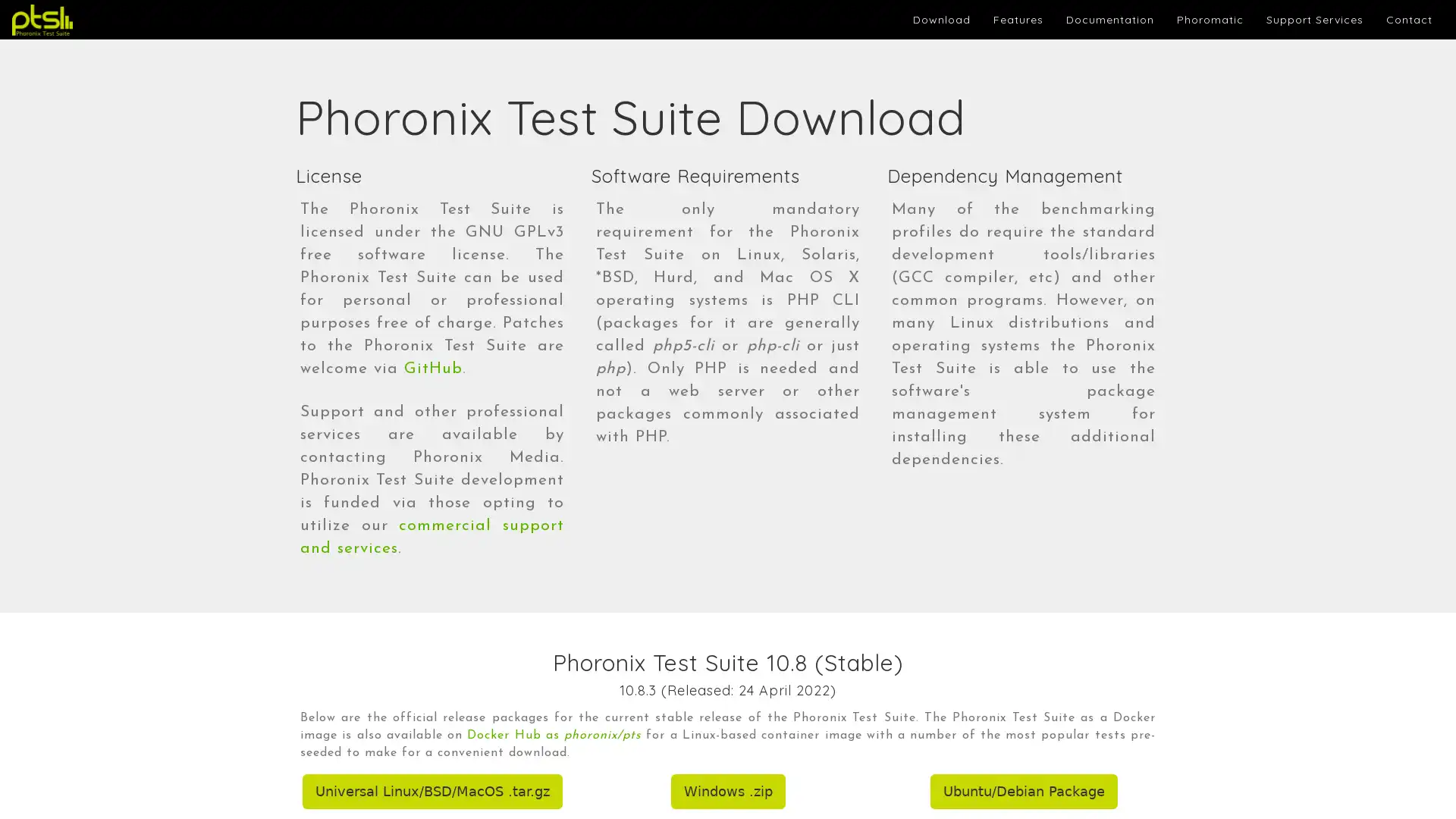  What do you see at coordinates (1023, 791) in the screenshot?
I see `Ubuntu/Debian Package` at bounding box center [1023, 791].